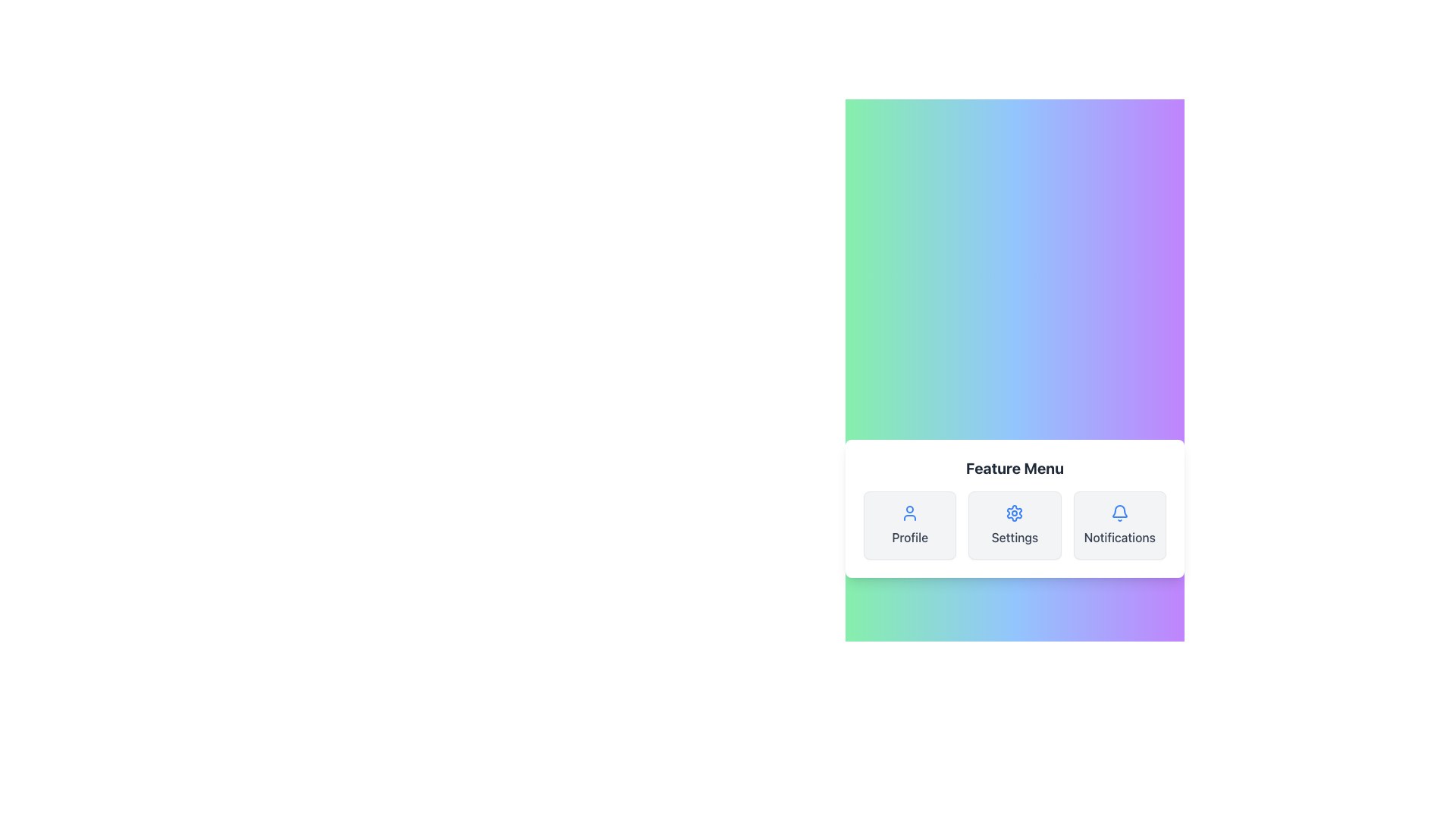 The width and height of the screenshot is (1456, 819). What do you see at coordinates (1015, 513) in the screenshot?
I see `the settings icon located centrally within its button, which is the second button from the left in the 'Feature Menu'` at bounding box center [1015, 513].